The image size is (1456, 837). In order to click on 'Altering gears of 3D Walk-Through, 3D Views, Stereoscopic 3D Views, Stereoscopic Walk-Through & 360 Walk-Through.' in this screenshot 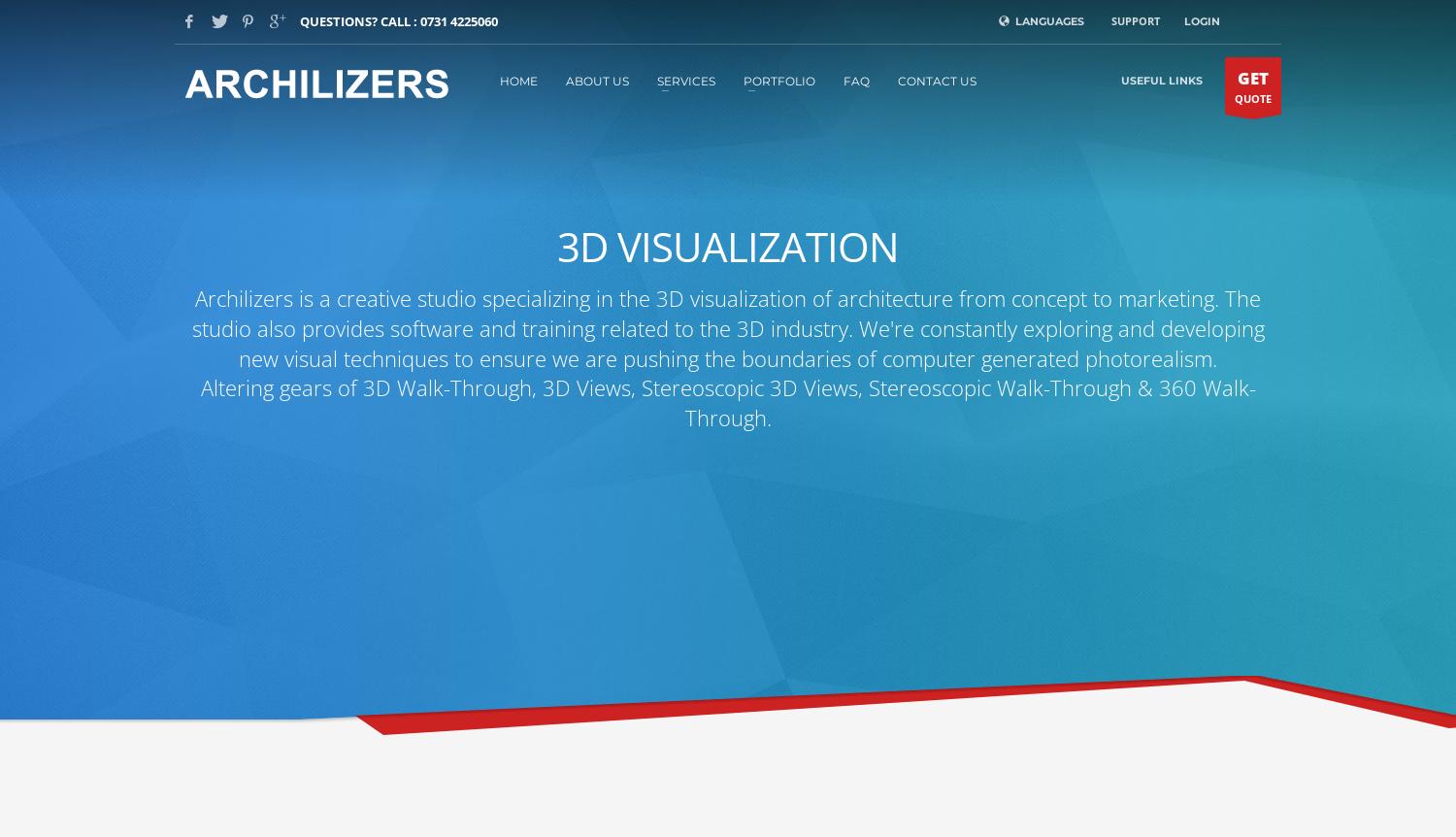, I will do `click(726, 401)`.